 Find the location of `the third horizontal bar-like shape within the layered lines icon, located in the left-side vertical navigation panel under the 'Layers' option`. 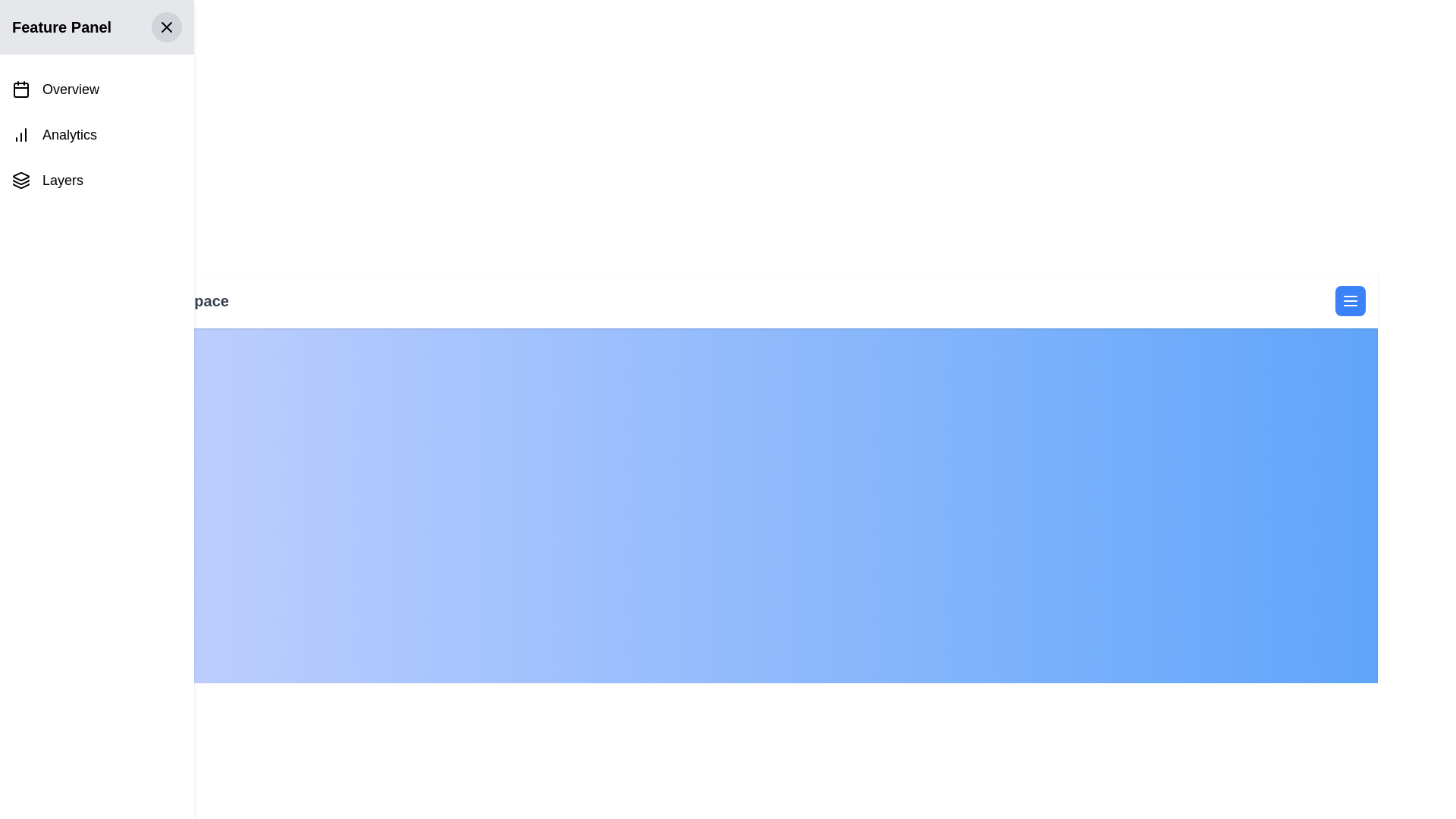

the third horizontal bar-like shape within the layered lines icon, located in the left-side vertical navigation panel under the 'Layers' option is located at coordinates (21, 185).